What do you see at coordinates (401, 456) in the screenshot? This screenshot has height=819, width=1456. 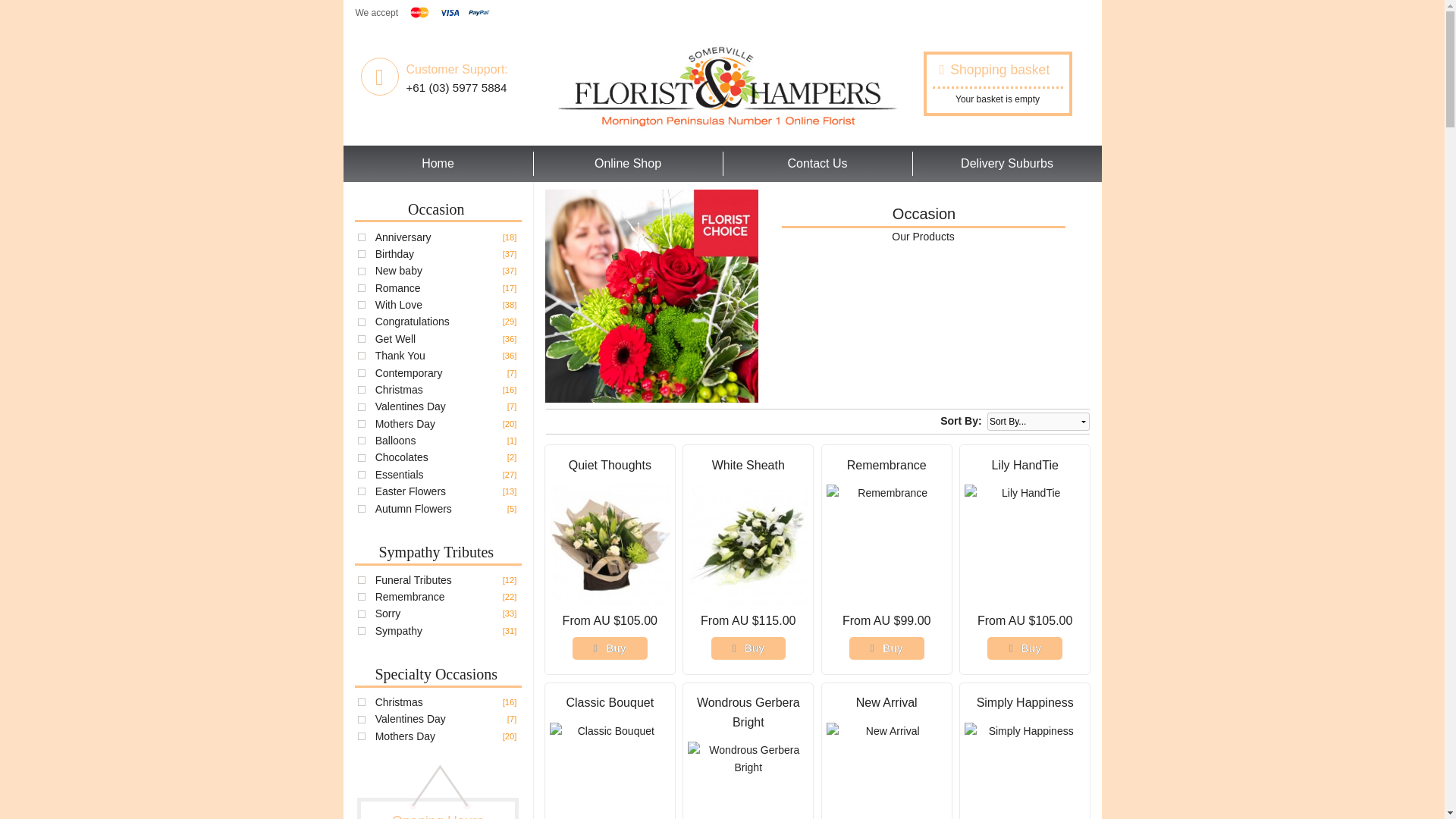 I see `'Chocolates` at bounding box center [401, 456].